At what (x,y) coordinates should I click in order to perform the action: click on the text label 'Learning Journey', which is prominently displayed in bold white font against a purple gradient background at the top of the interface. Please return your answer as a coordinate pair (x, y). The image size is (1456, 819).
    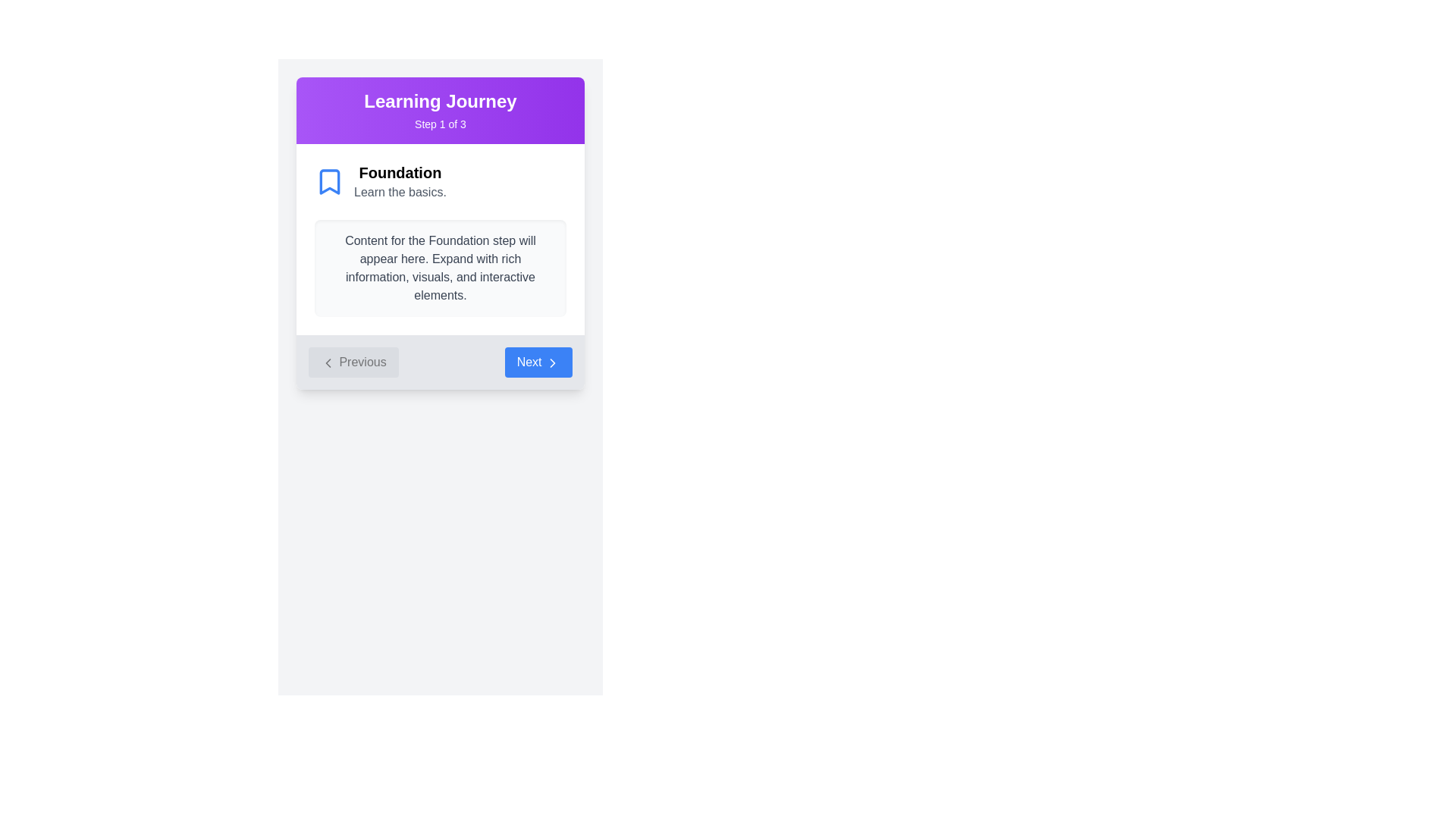
    Looking at the image, I should click on (439, 102).